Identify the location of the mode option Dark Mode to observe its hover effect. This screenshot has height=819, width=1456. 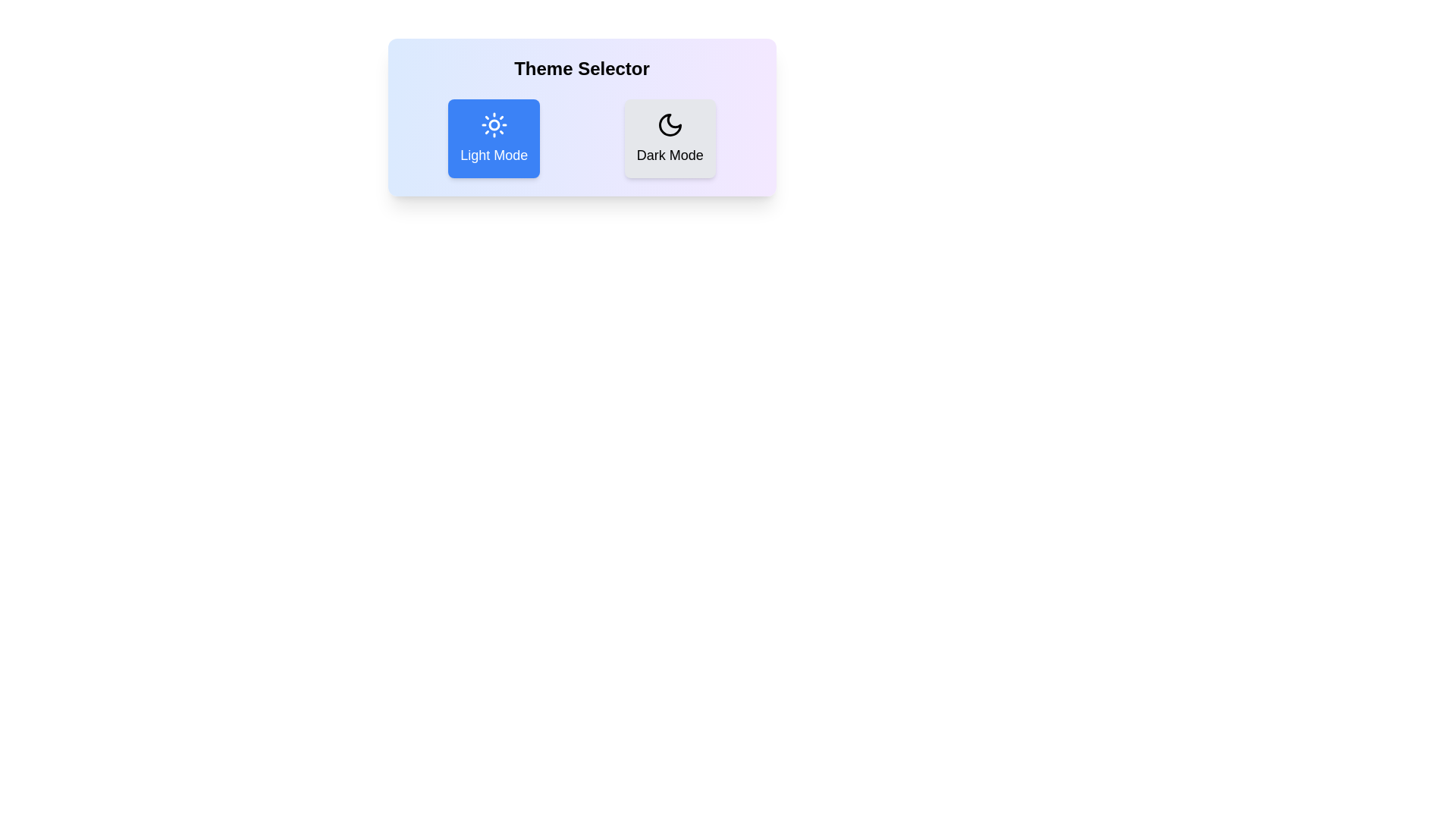
(669, 138).